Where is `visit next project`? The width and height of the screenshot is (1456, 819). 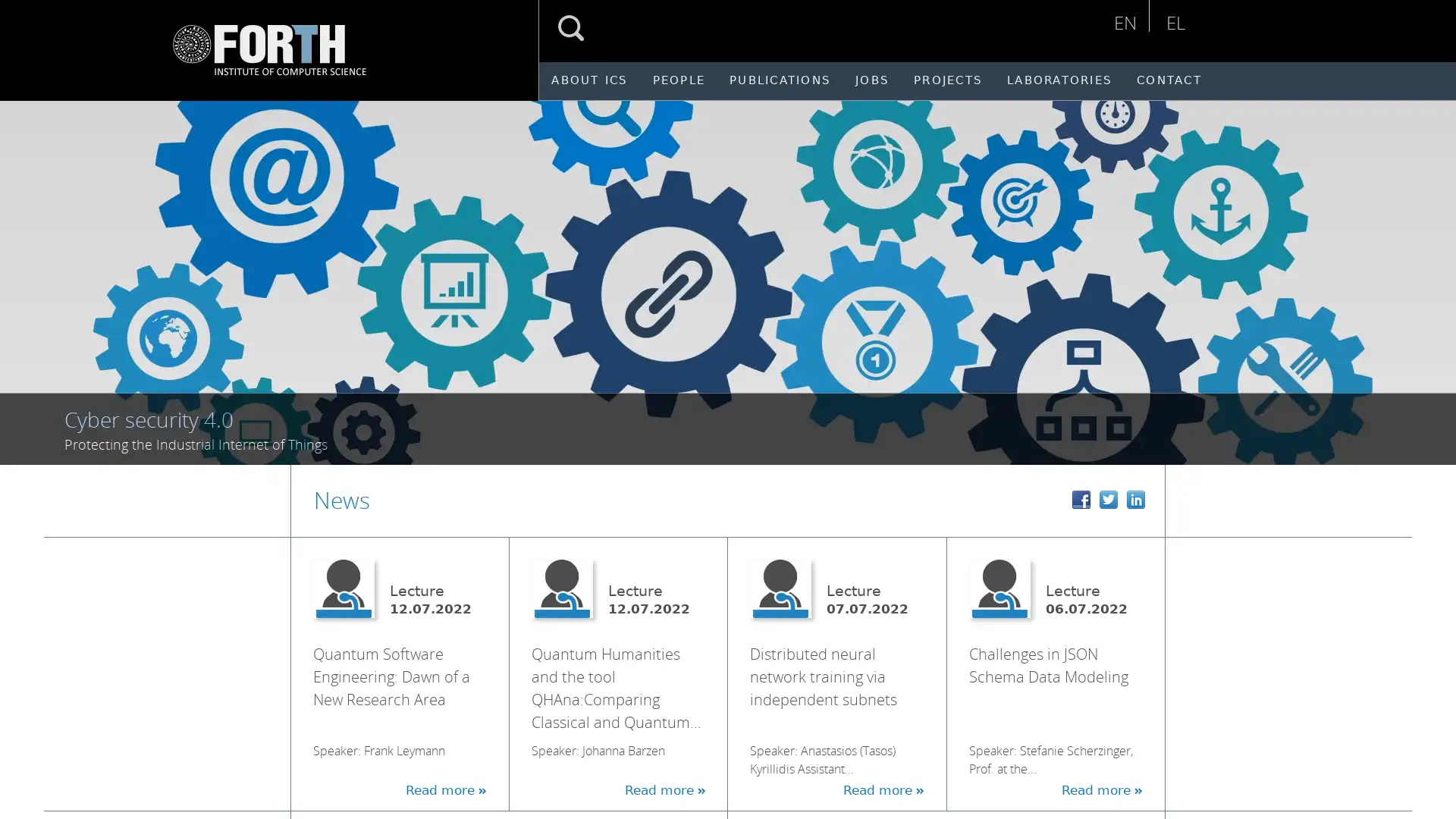
visit next project is located at coordinates (1432, 274).